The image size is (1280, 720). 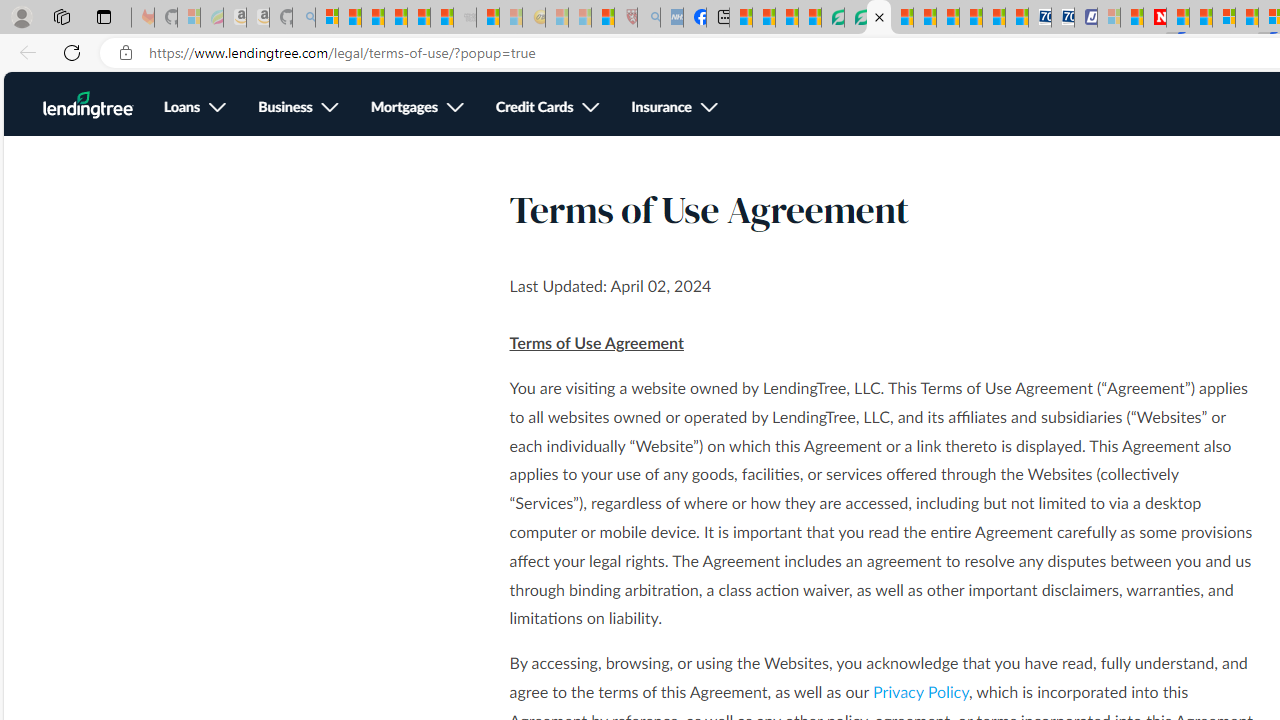 What do you see at coordinates (601, 17) in the screenshot?
I see `'Local - MSN'` at bounding box center [601, 17].